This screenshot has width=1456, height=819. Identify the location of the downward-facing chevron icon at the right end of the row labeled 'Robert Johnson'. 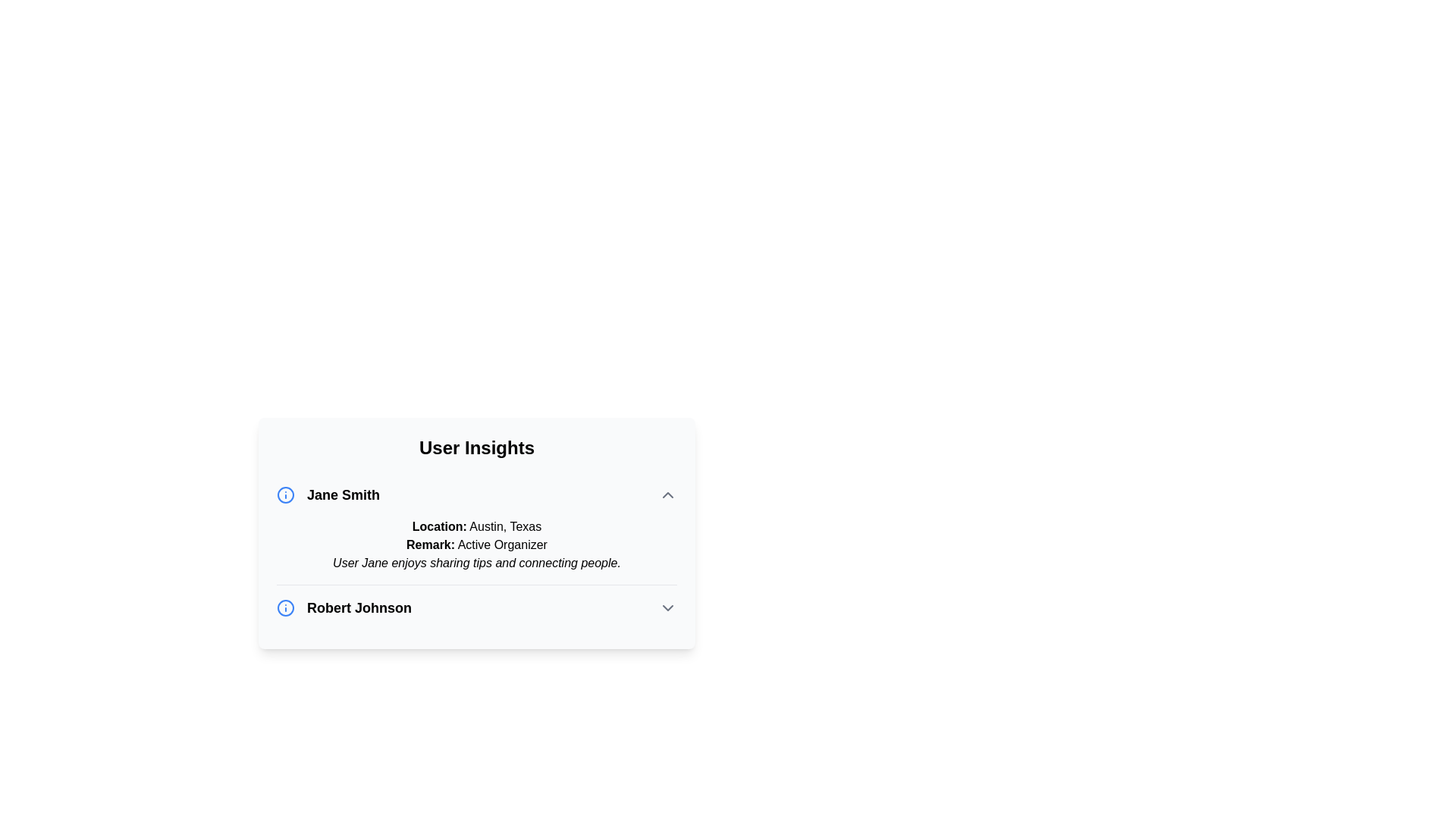
(667, 607).